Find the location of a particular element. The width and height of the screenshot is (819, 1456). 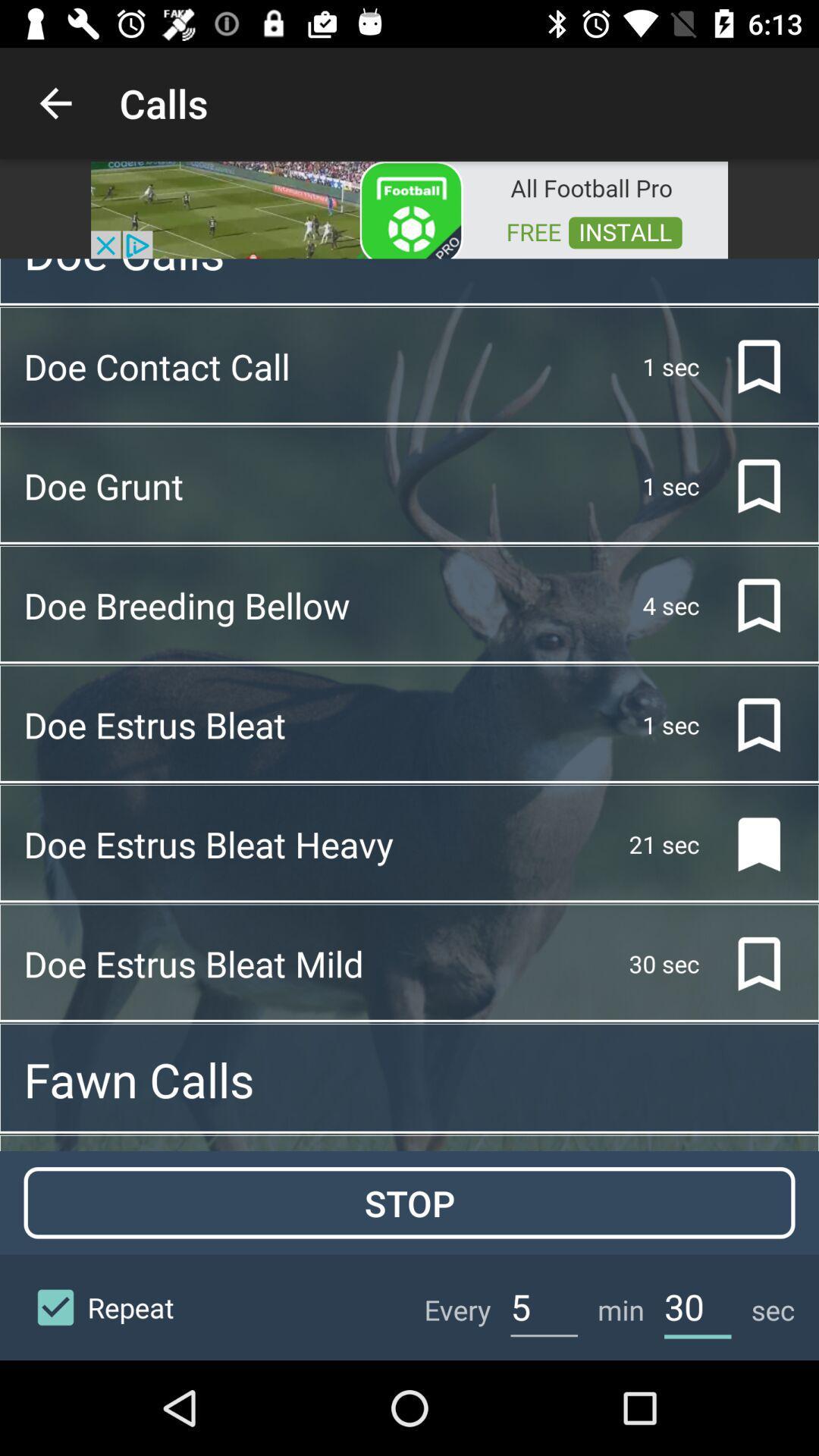

the bookmark icon is located at coordinates (746, 963).